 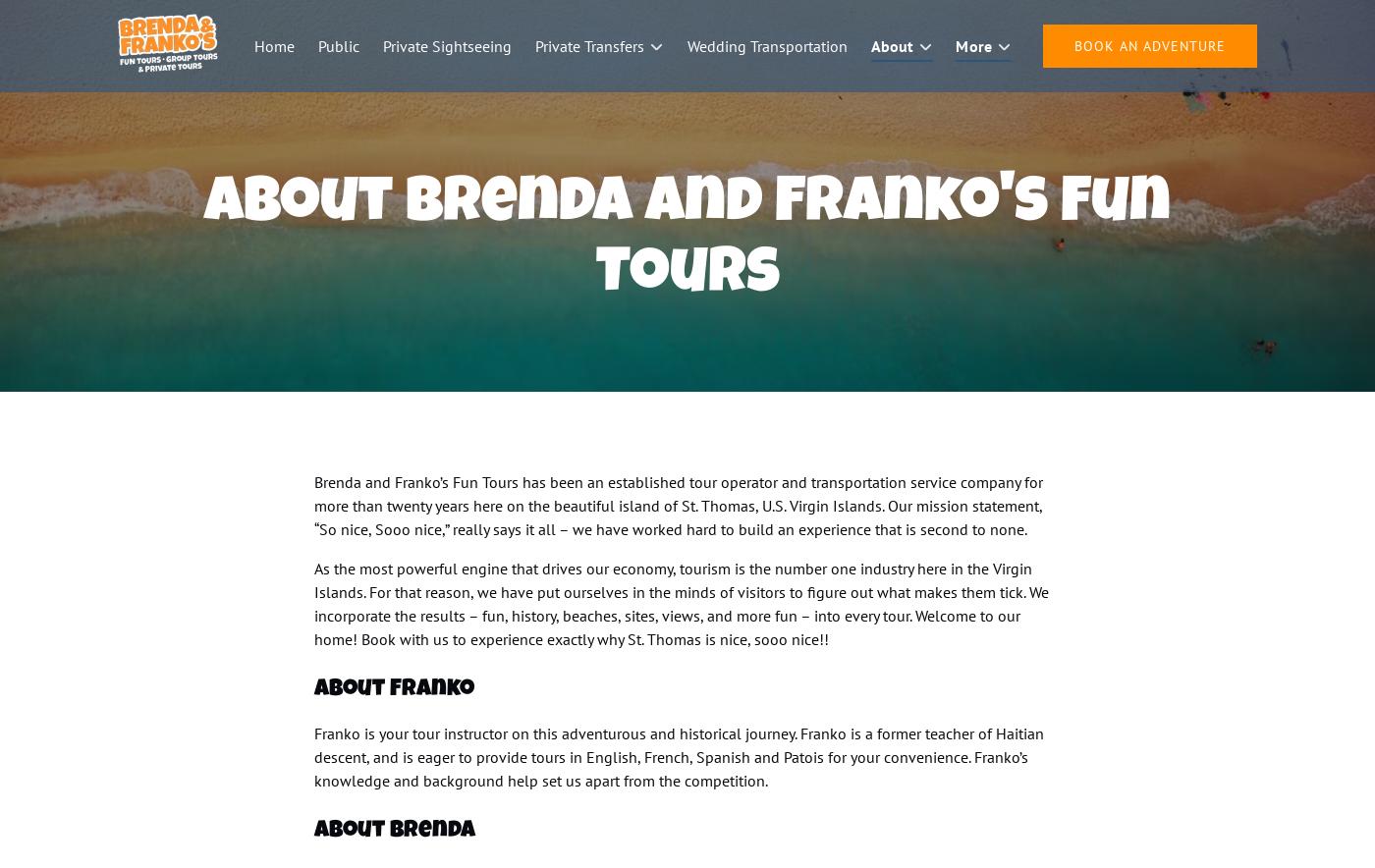 What do you see at coordinates (1149, 45) in the screenshot?
I see `'Book An Adventure'` at bounding box center [1149, 45].